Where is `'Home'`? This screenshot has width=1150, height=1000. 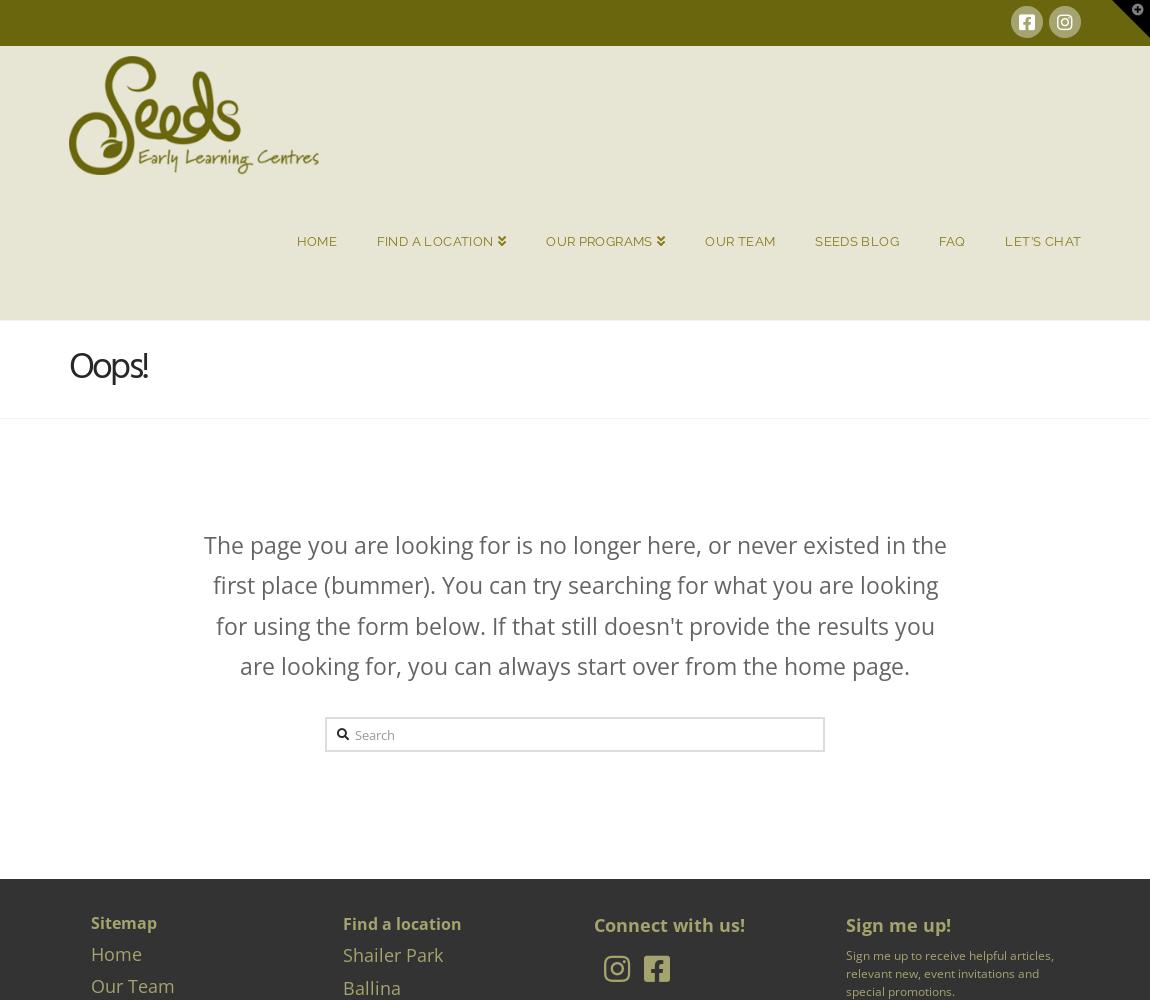 'Home' is located at coordinates (115, 952).